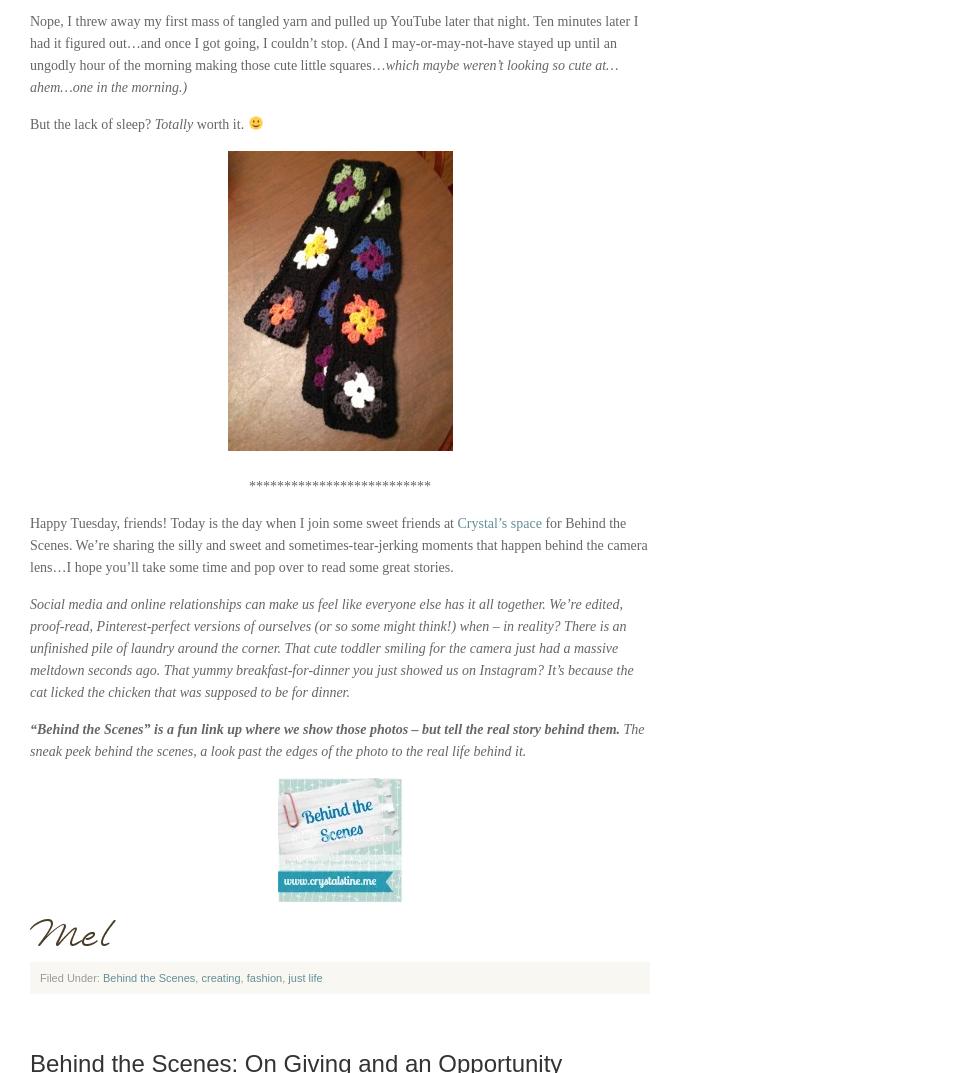 The width and height of the screenshot is (965, 1073). Describe the element at coordinates (242, 522) in the screenshot. I see `'Happy Tuesday, friends! Today is the day when I join some sweet friends at'` at that location.